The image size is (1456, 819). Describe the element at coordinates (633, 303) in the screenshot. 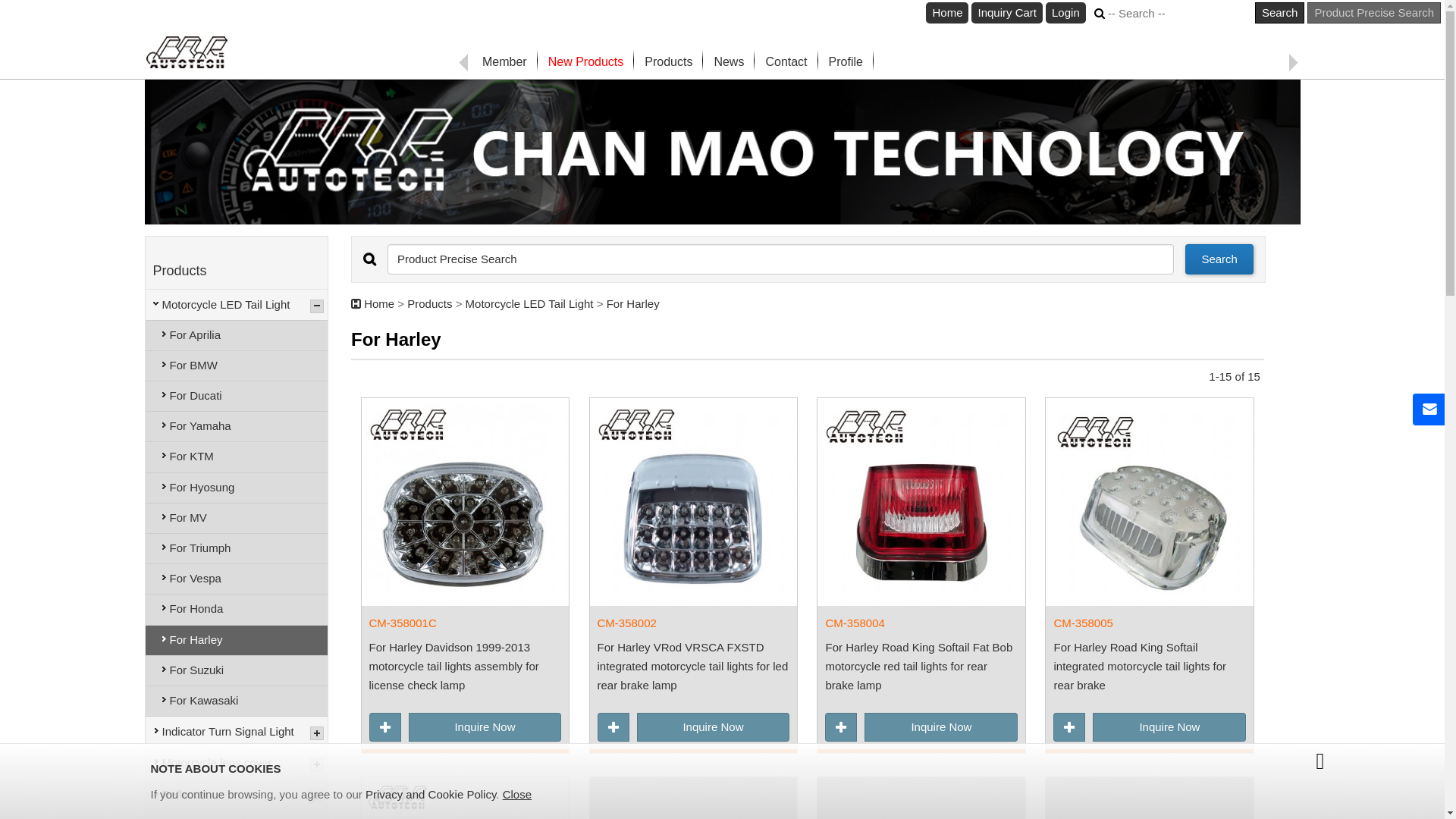

I see `'For Harley'` at that location.